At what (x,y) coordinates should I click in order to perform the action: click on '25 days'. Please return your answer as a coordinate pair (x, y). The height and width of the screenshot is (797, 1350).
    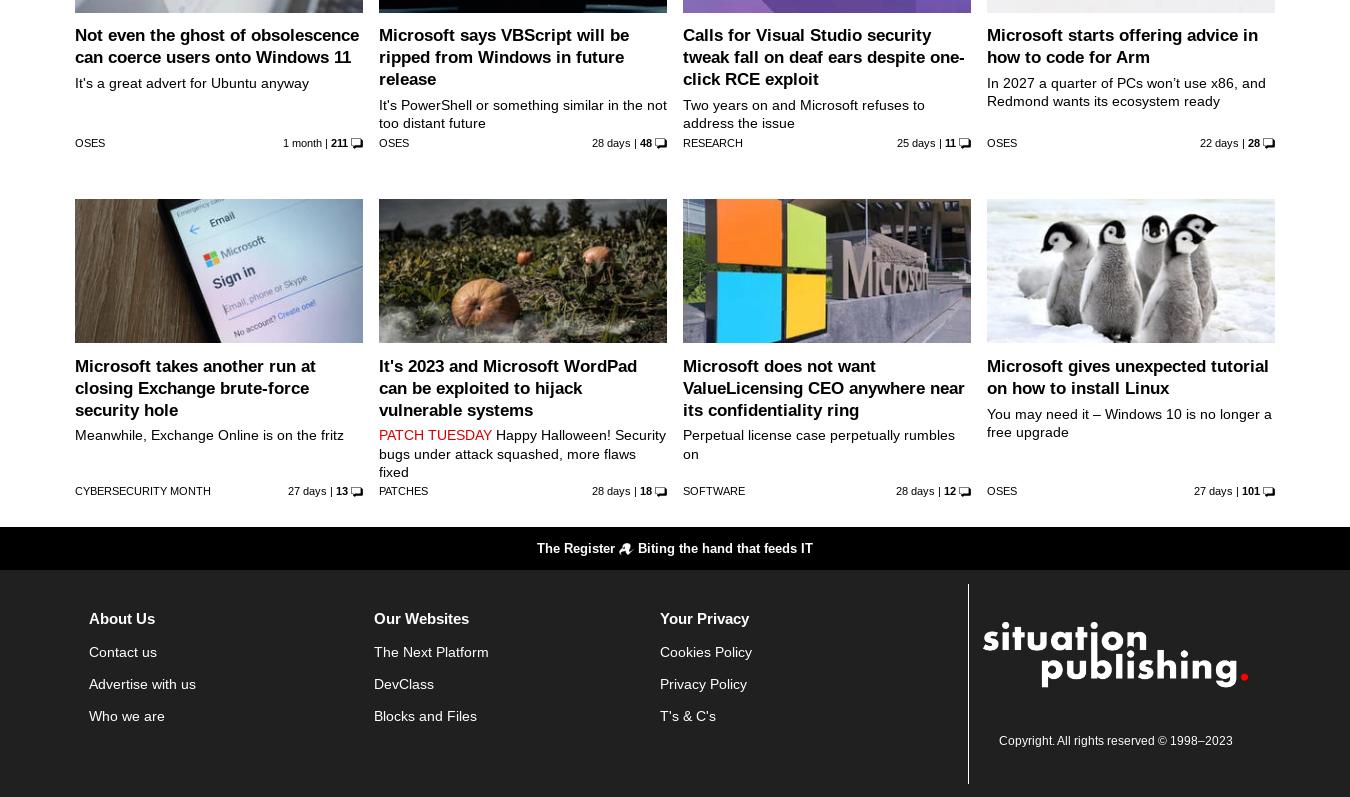
    Looking at the image, I should click on (914, 141).